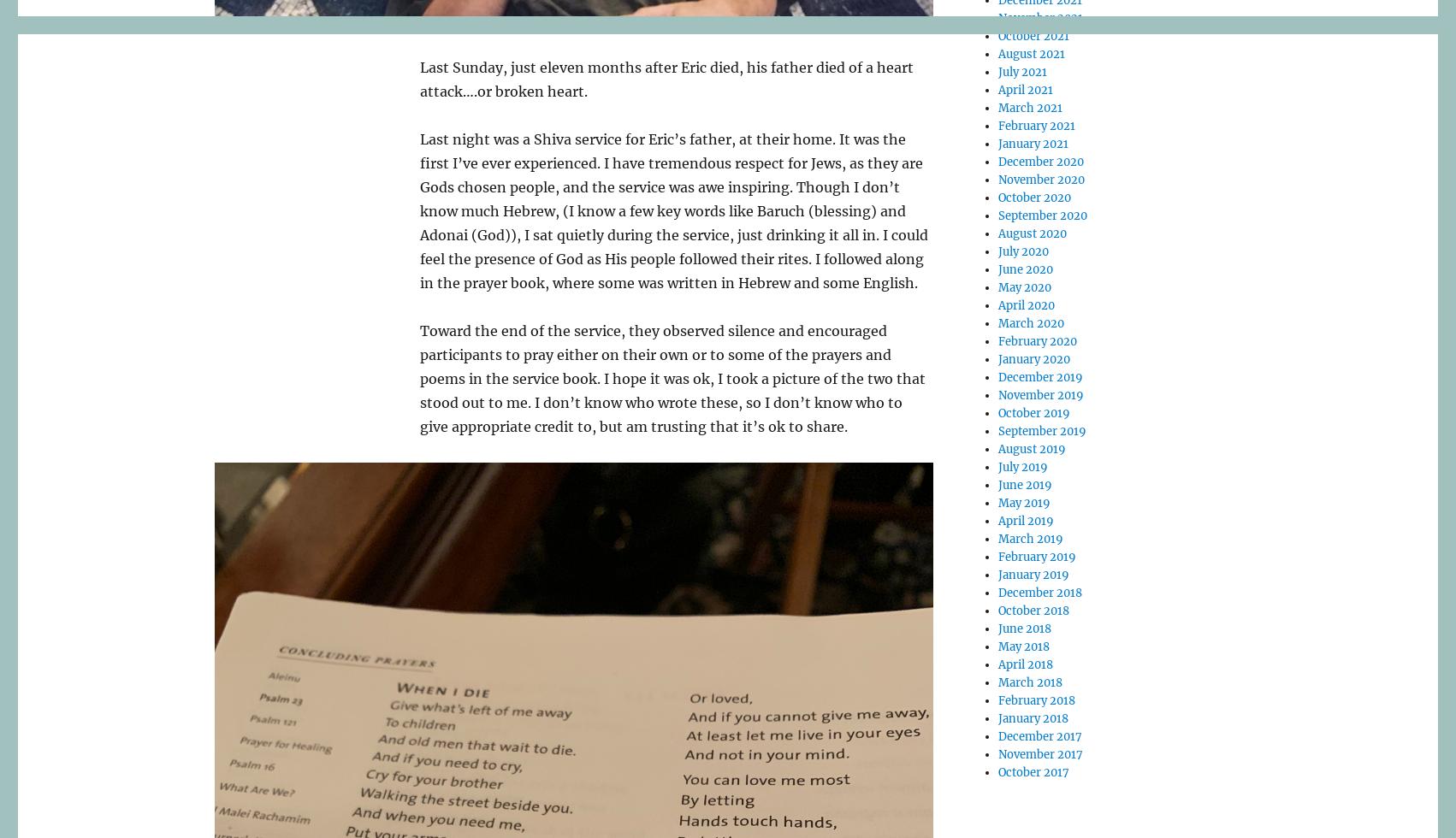  Describe the element at coordinates (1025, 287) in the screenshot. I see `'May 2020'` at that location.